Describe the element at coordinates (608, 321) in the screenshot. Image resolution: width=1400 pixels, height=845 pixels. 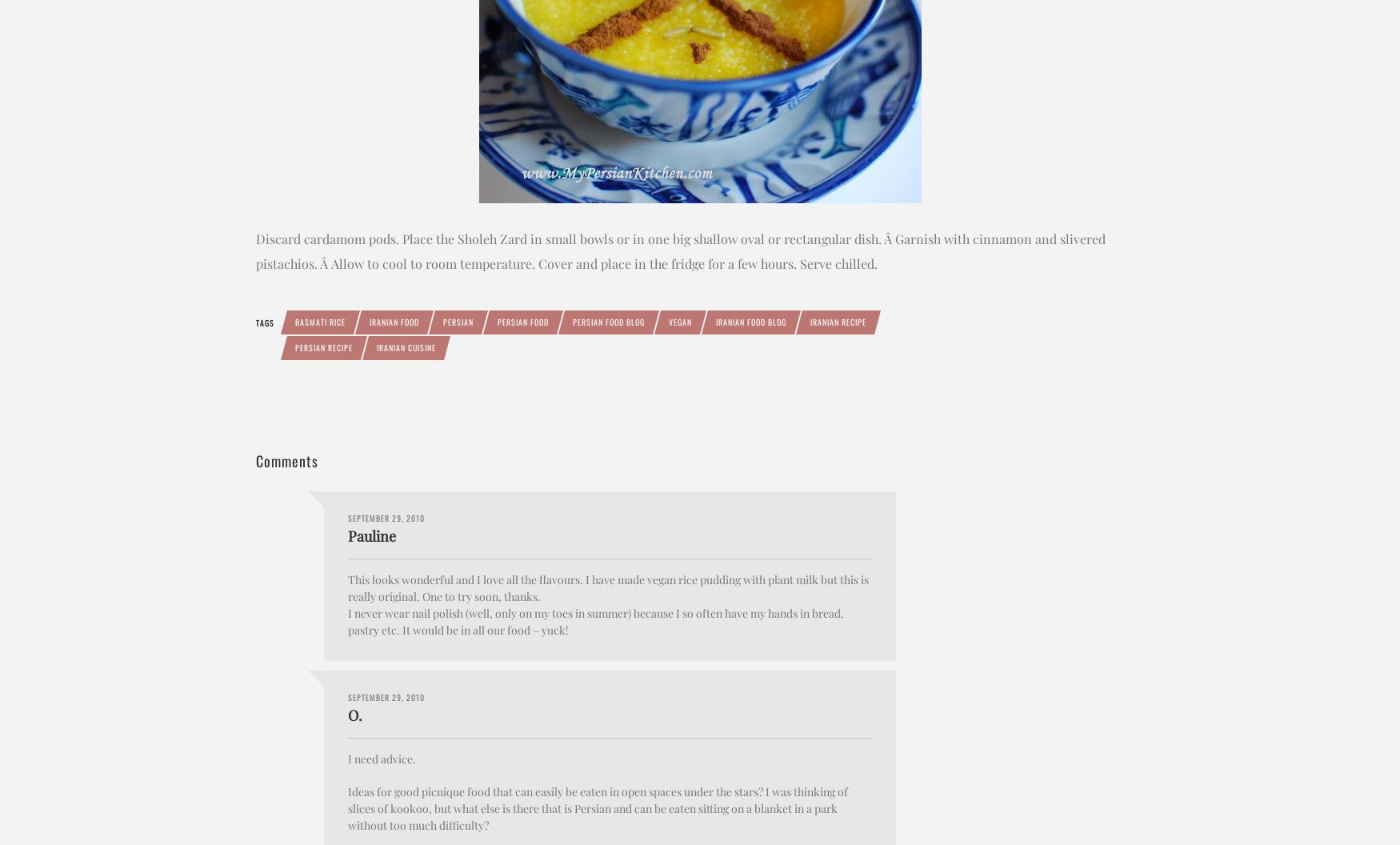
I see `'Persian food blog'` at that location.